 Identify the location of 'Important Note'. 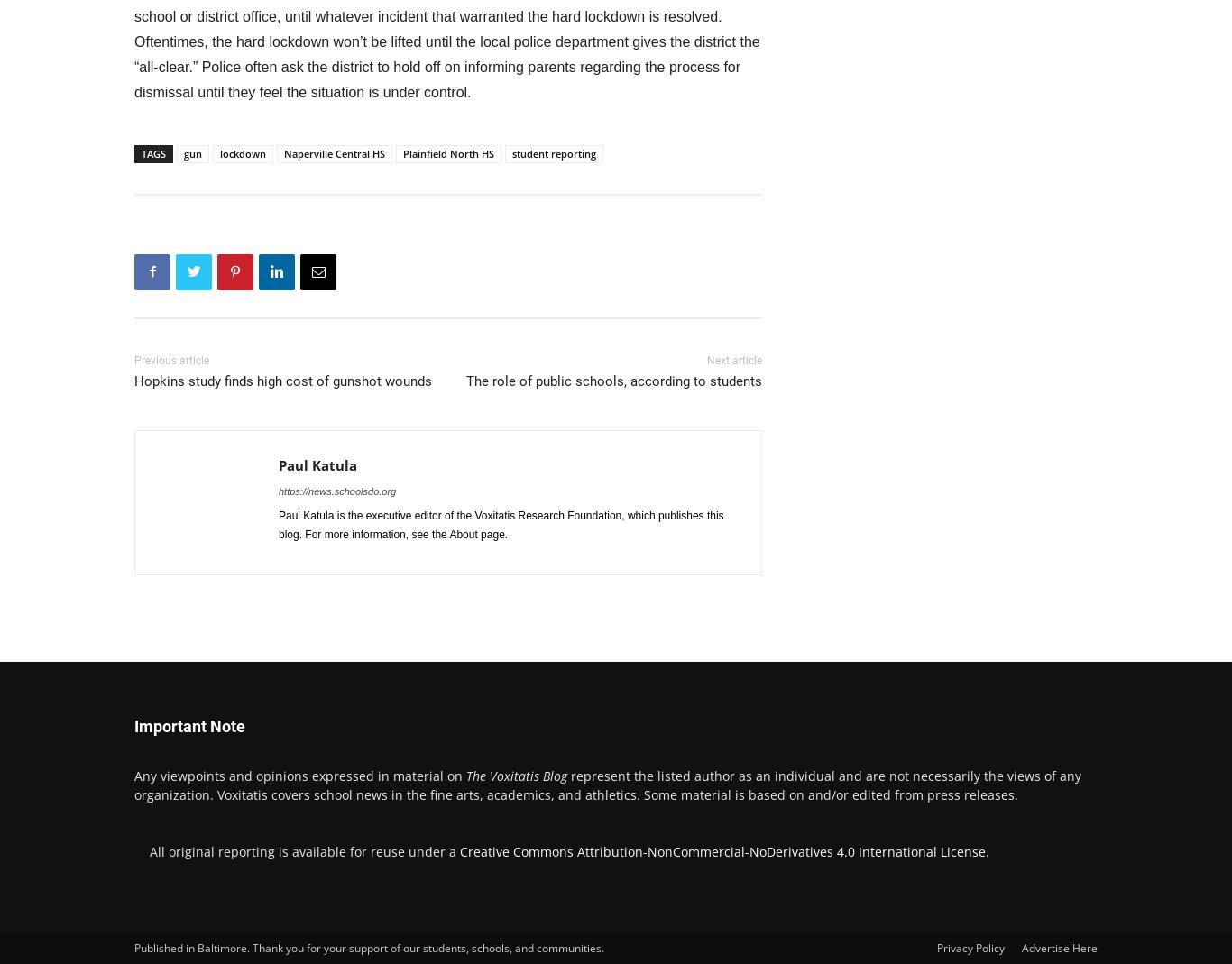
(188, 725).